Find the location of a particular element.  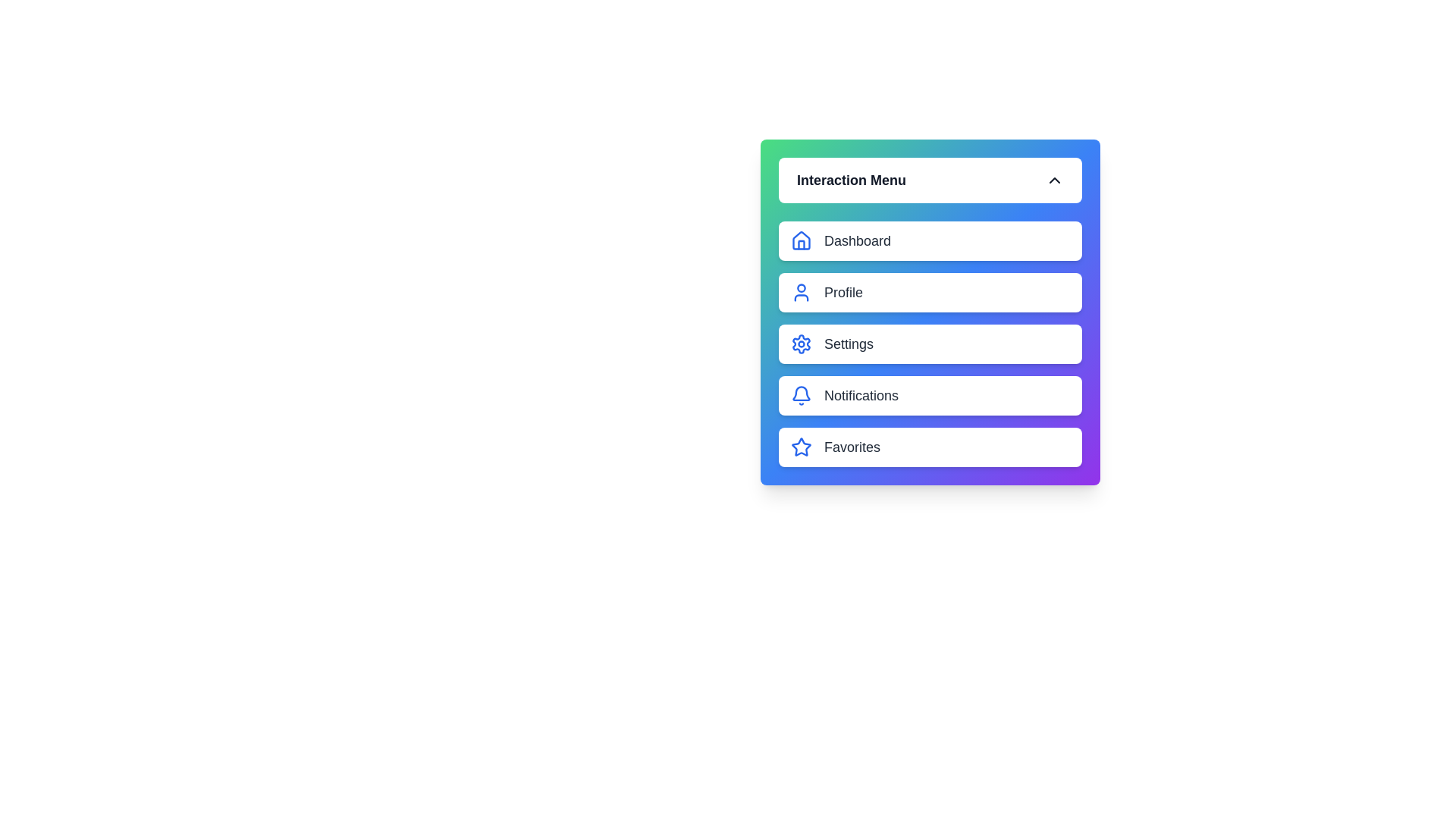

the menu item Notifications in the ModernProfileMenu is located at coordinates (930, 394).